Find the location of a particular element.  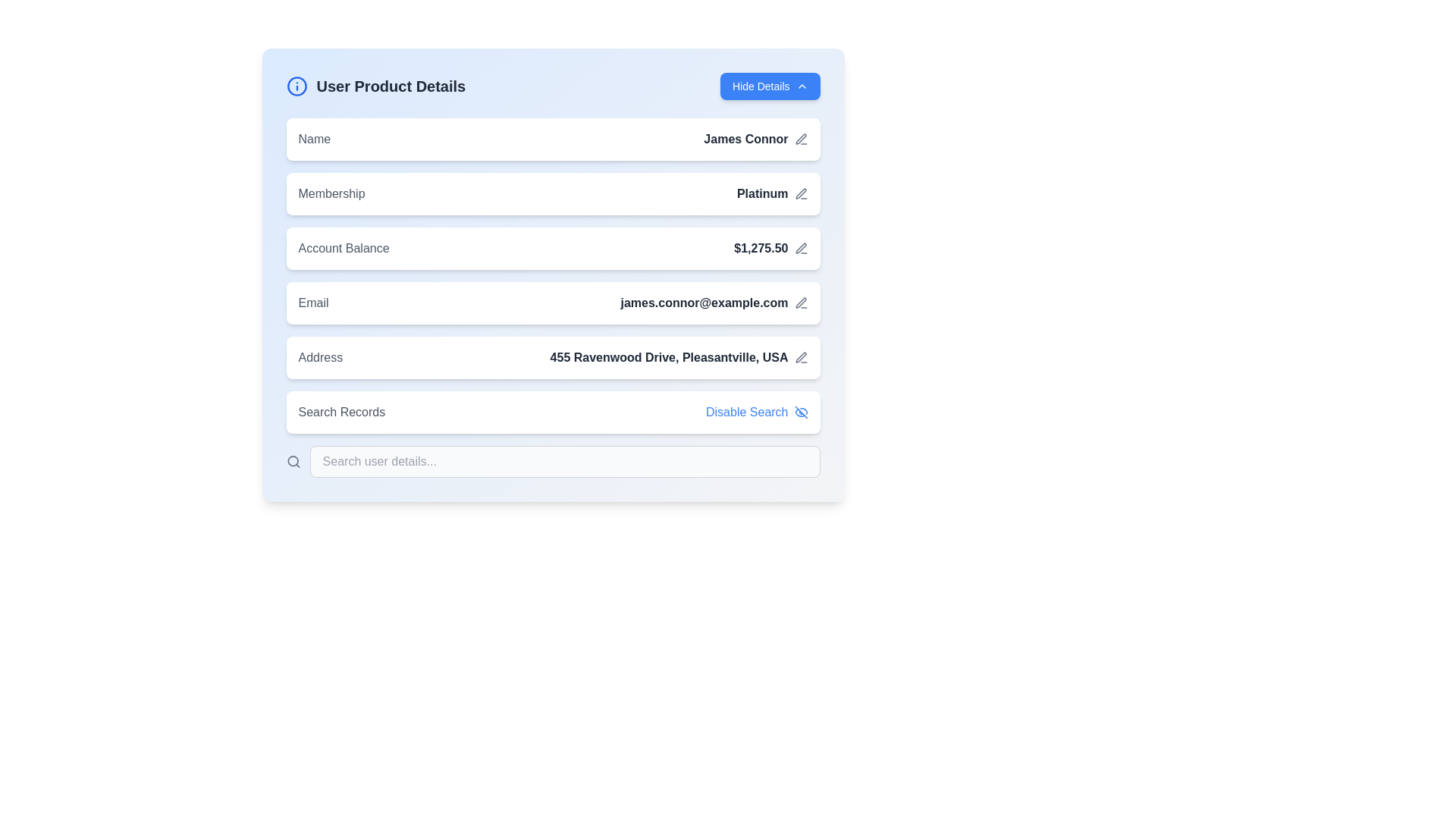

the bold text label displaying 'User Product Details' located near the top of the light blue information panel is located at coordinates (391, 86).